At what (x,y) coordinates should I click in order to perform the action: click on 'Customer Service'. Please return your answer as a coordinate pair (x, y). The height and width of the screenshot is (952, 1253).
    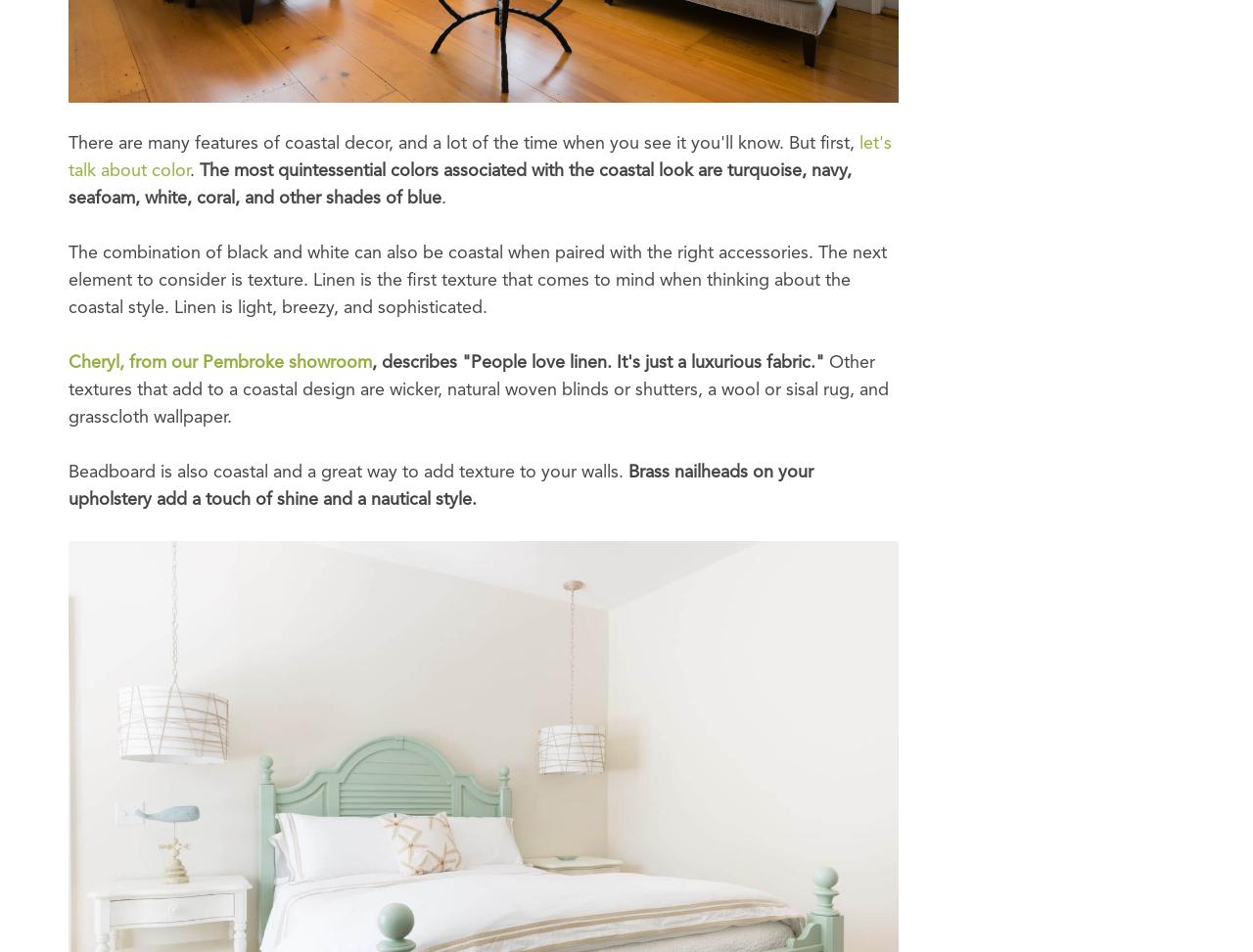
    Looking at the image, I should click on (417, 111).